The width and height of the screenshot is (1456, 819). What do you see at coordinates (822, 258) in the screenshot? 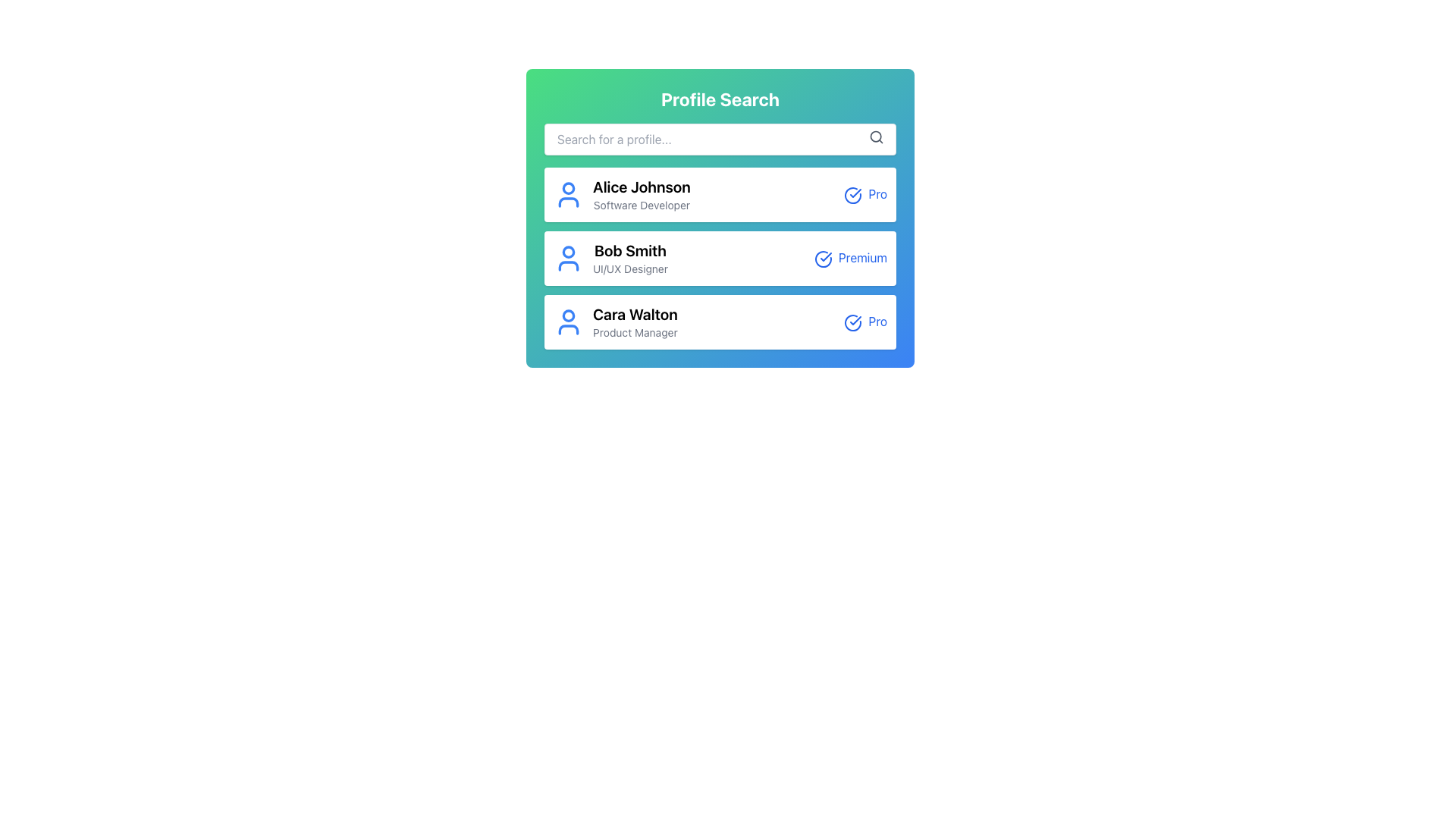
I see `the Premium account status icon for 'Bob Smith', which is located to the right of the text 'Bob Smith'` at bounding box center [822, 258].